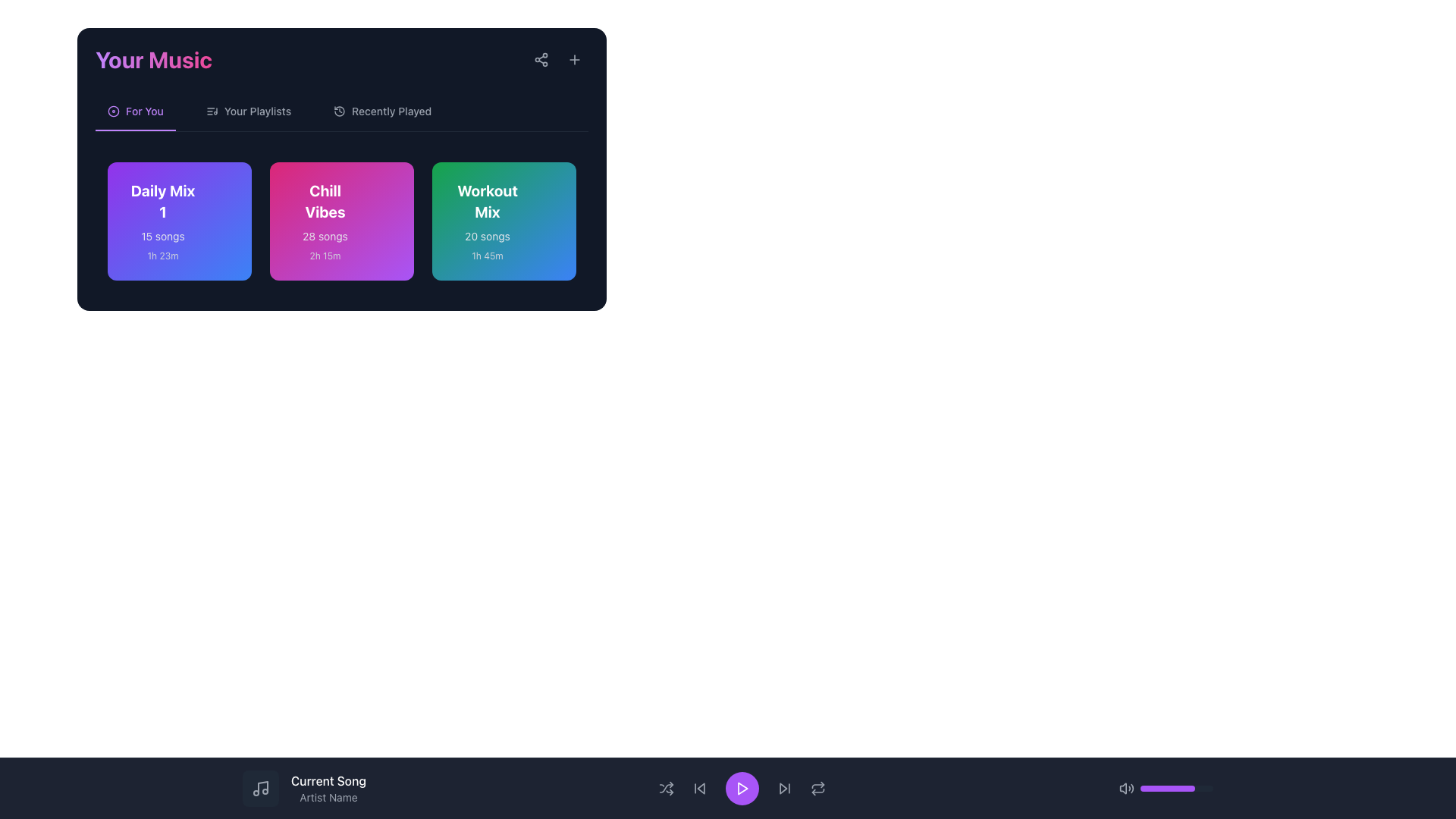 Image resolution: width=1456 pixels, height=819 pixels. What do you see at coordinates (341, 221) in the screenshot?
I see `the 'Chill Vibes' interactive card, which is the second card in the playlist layout under the 'Your Music' header` at bounding box center [341, 221].